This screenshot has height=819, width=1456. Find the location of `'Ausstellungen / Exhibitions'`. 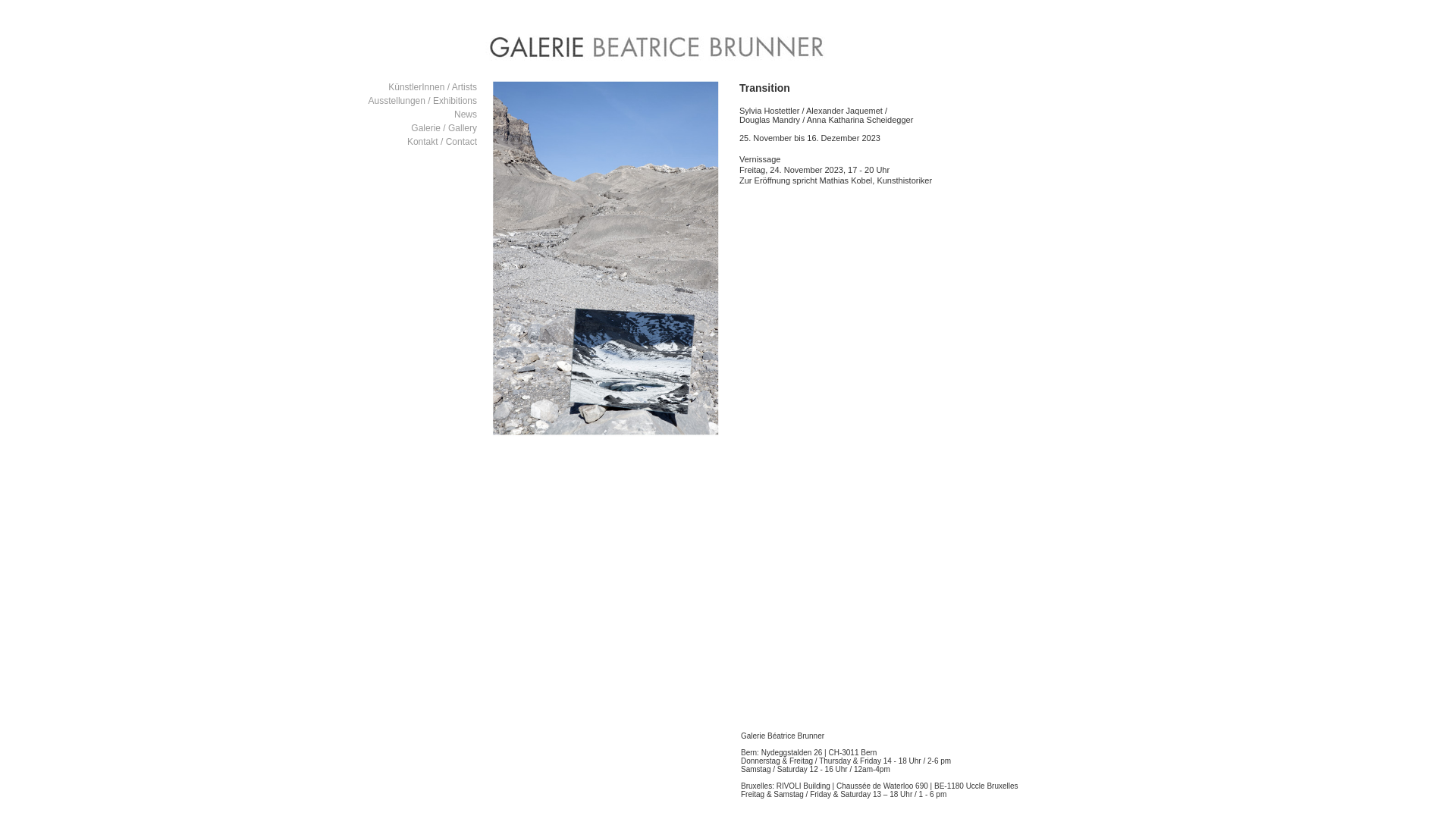

'Ausstellungen / Exhibitions' is located at coordinates (422, 100).